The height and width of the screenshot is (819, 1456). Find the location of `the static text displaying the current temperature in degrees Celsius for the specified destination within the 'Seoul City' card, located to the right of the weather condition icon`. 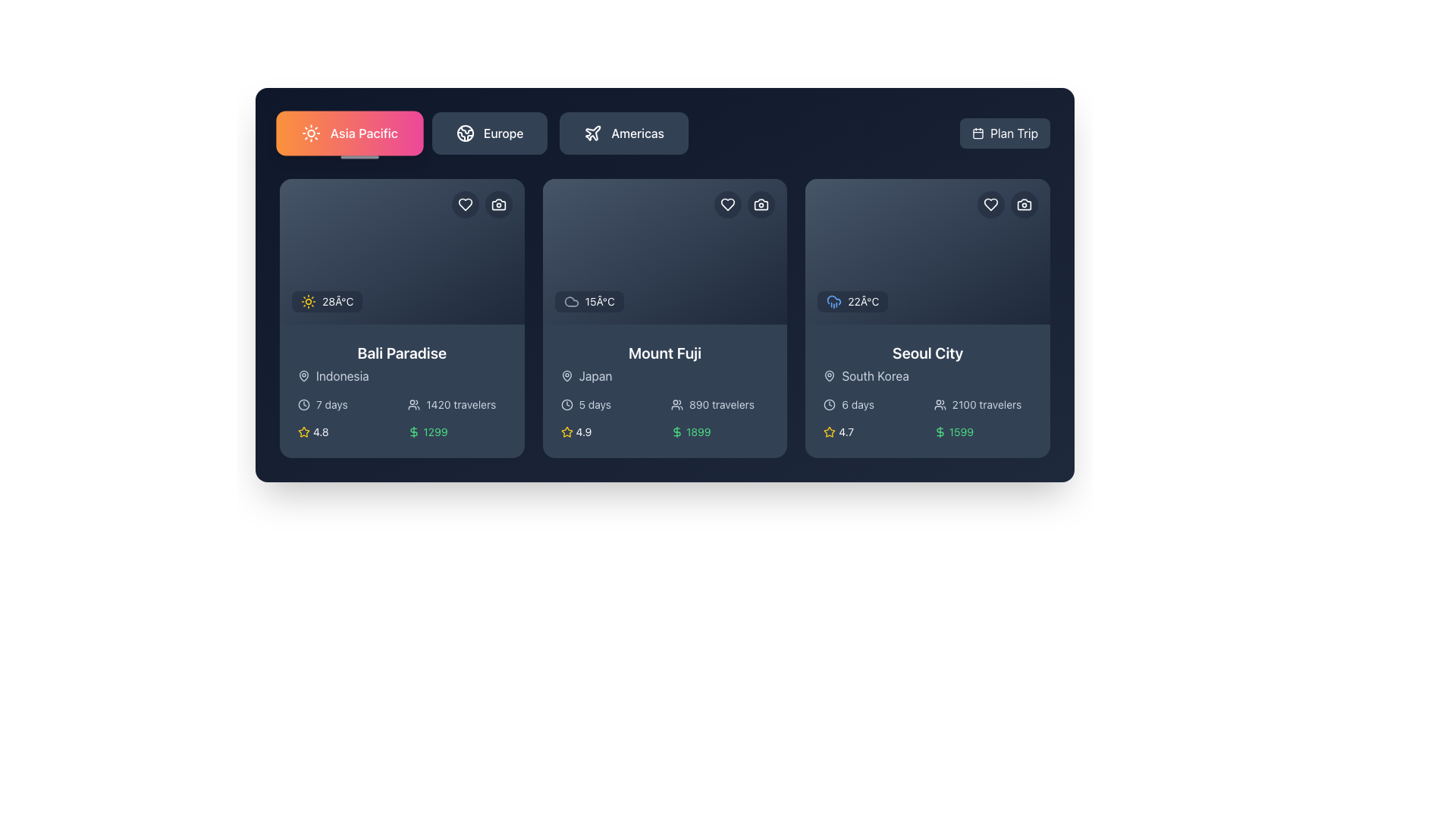

the static text displaying the current temperature in degrees Celsius for the specified destination within the 'Seoul City' card, located to the right of the weather condition icon is located at coordinates (863, 301).